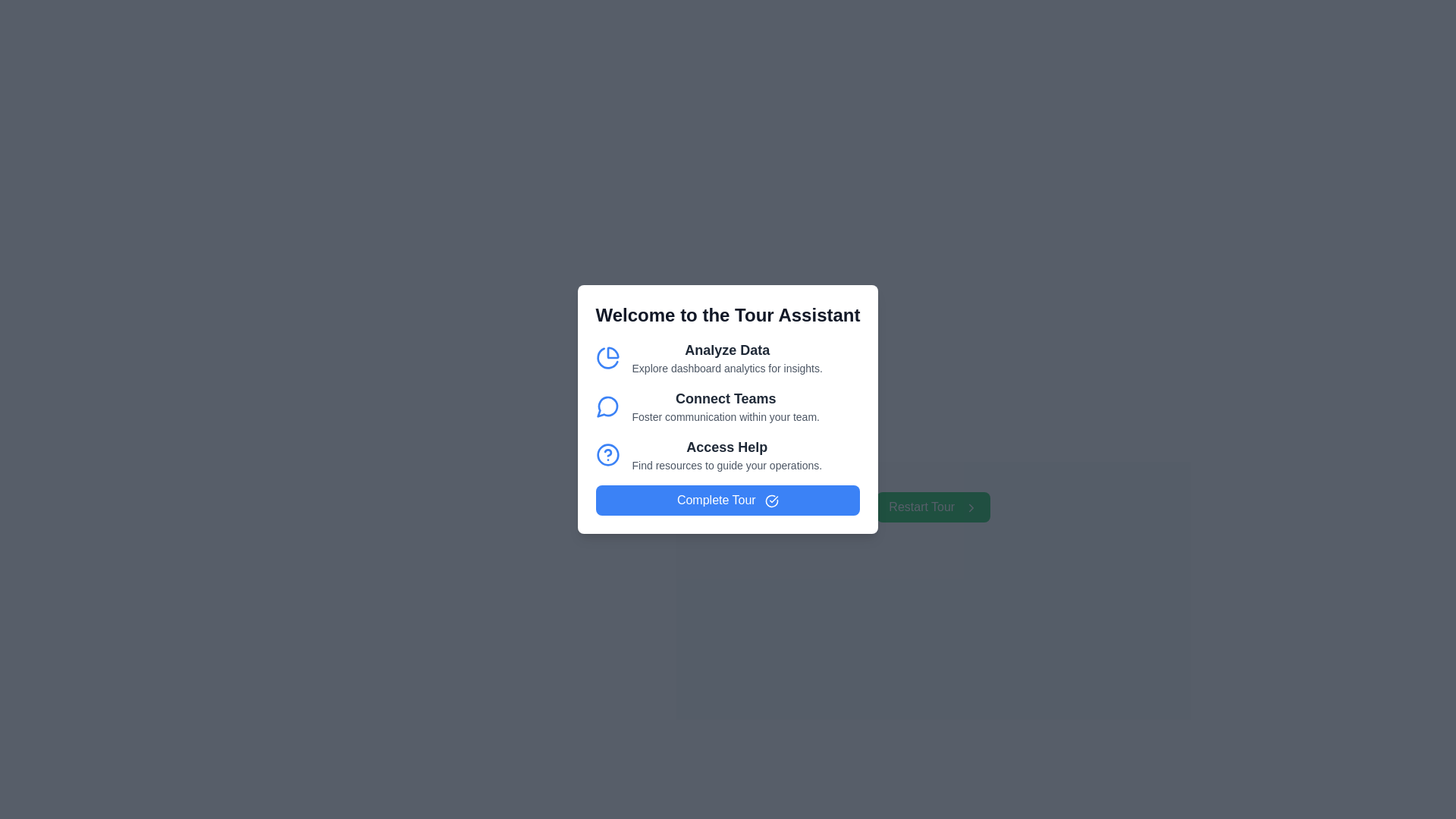 The width and height of the screenshot is (1456, 819). I want to click on the text label that reads 'Find resources to guide your operations.' which is located below the 'Access Help' header in a white modal box against a dark blue-gray background, so click(726, 464).